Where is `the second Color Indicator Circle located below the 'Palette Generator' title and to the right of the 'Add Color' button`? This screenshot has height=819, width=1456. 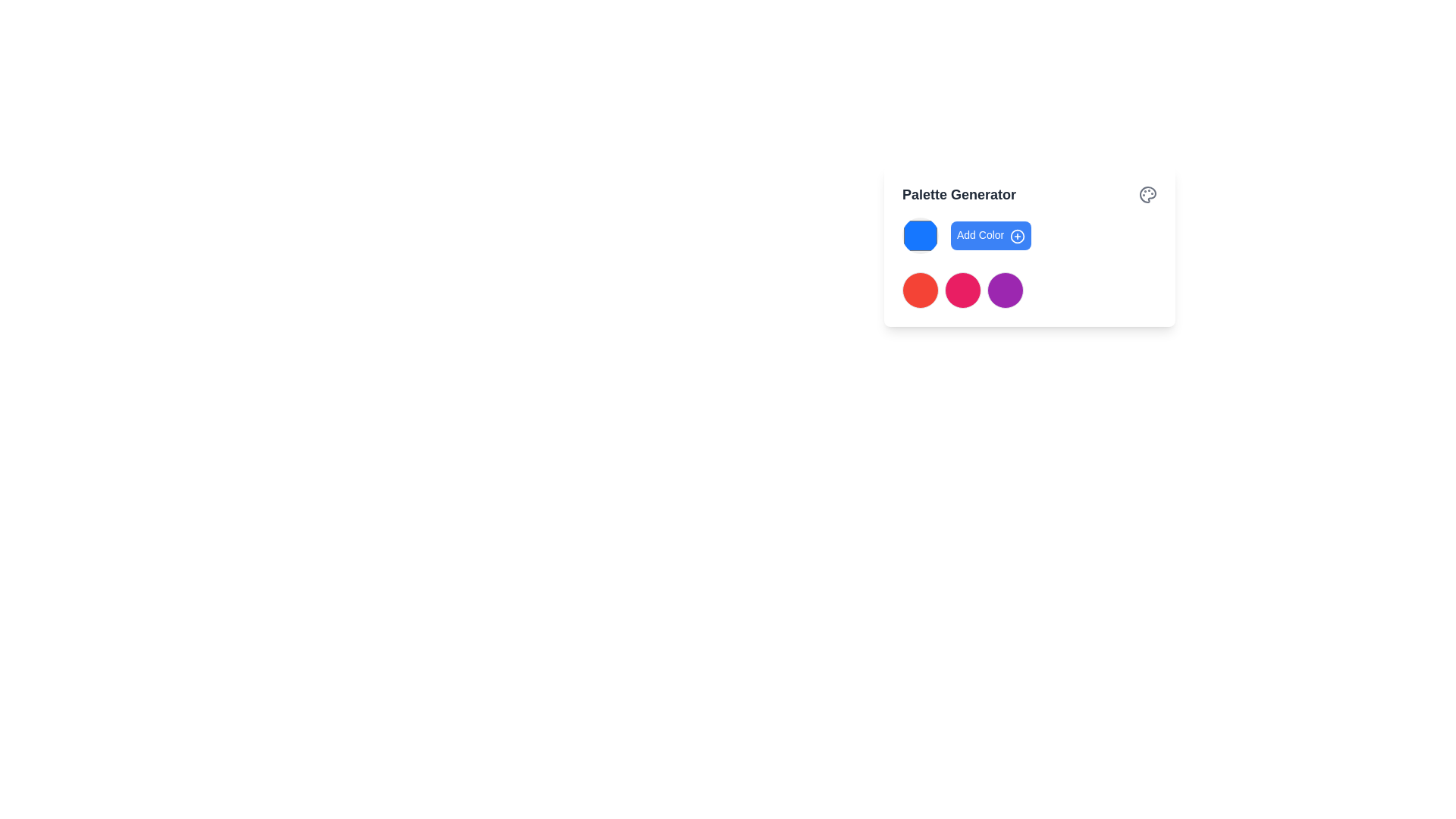
the second Color Indicator Circle located below the 'Palette Generator' title and to the right of the 'Add Color' button is located at coordinates (962, 290).